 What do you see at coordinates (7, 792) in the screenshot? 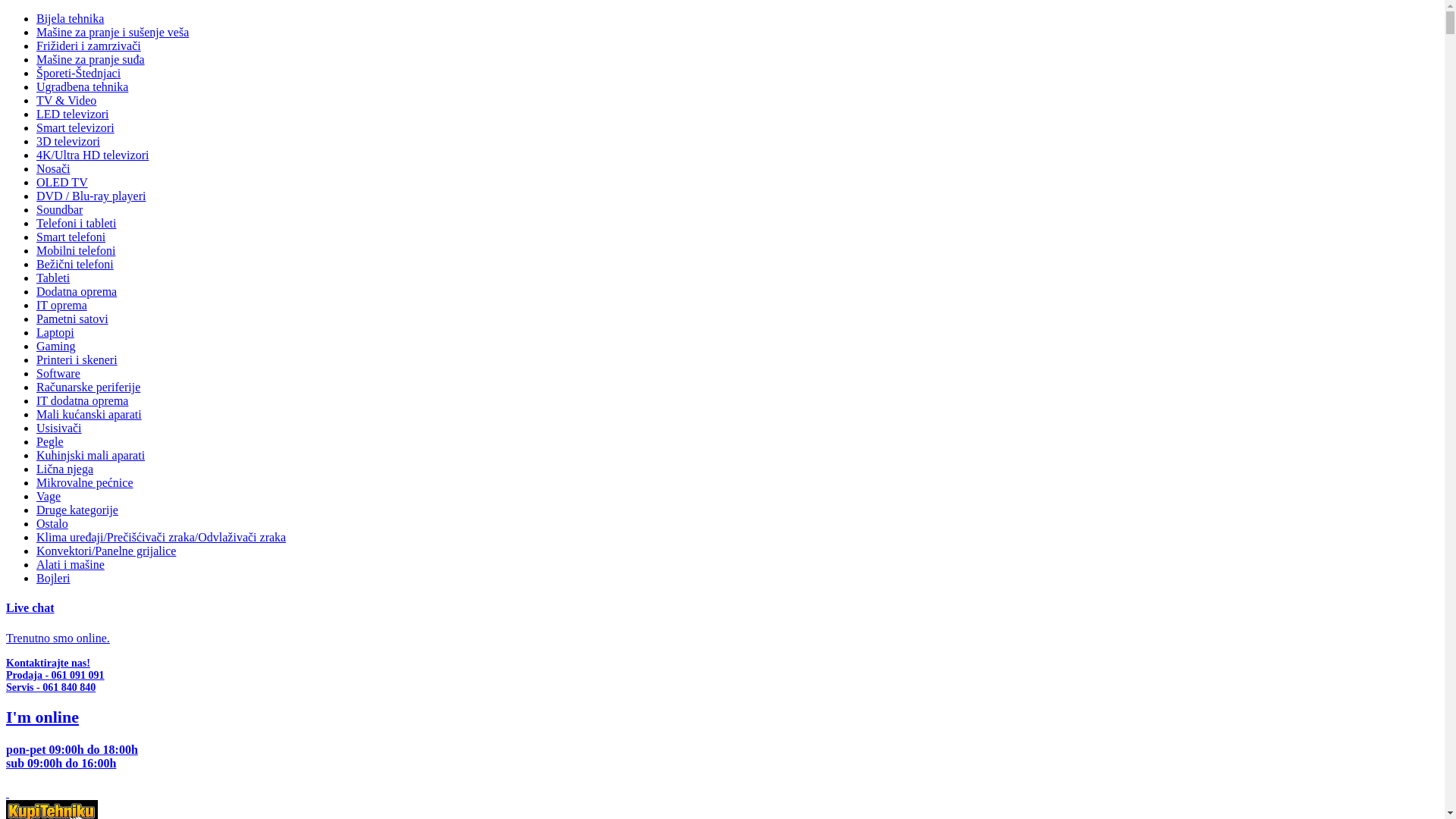
I see `' '` at bounding box center [7, 792].